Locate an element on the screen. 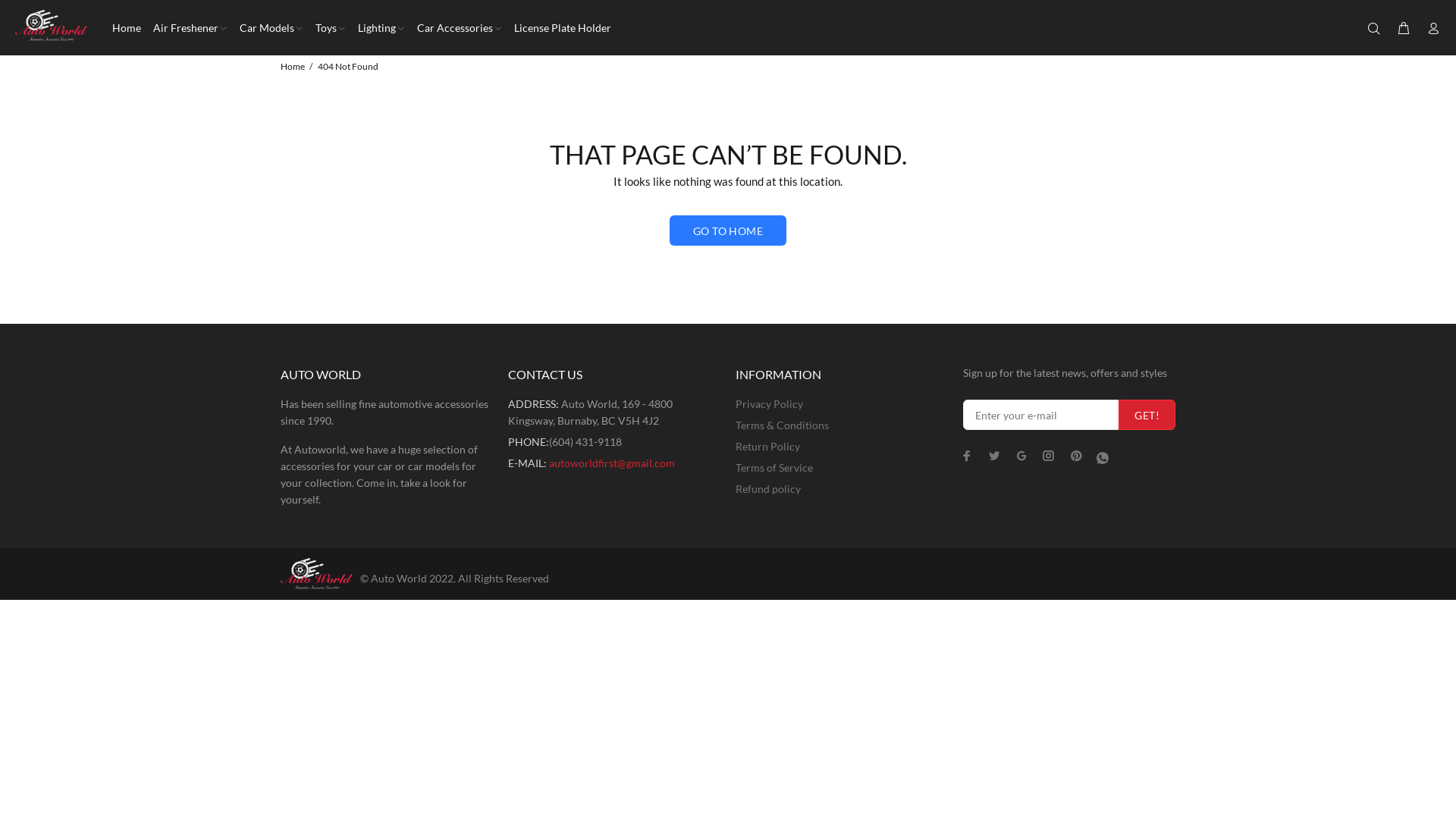 This screenshot has width=1456, height=819. 'GO TO HOME' is located at coordinates (728, 231).